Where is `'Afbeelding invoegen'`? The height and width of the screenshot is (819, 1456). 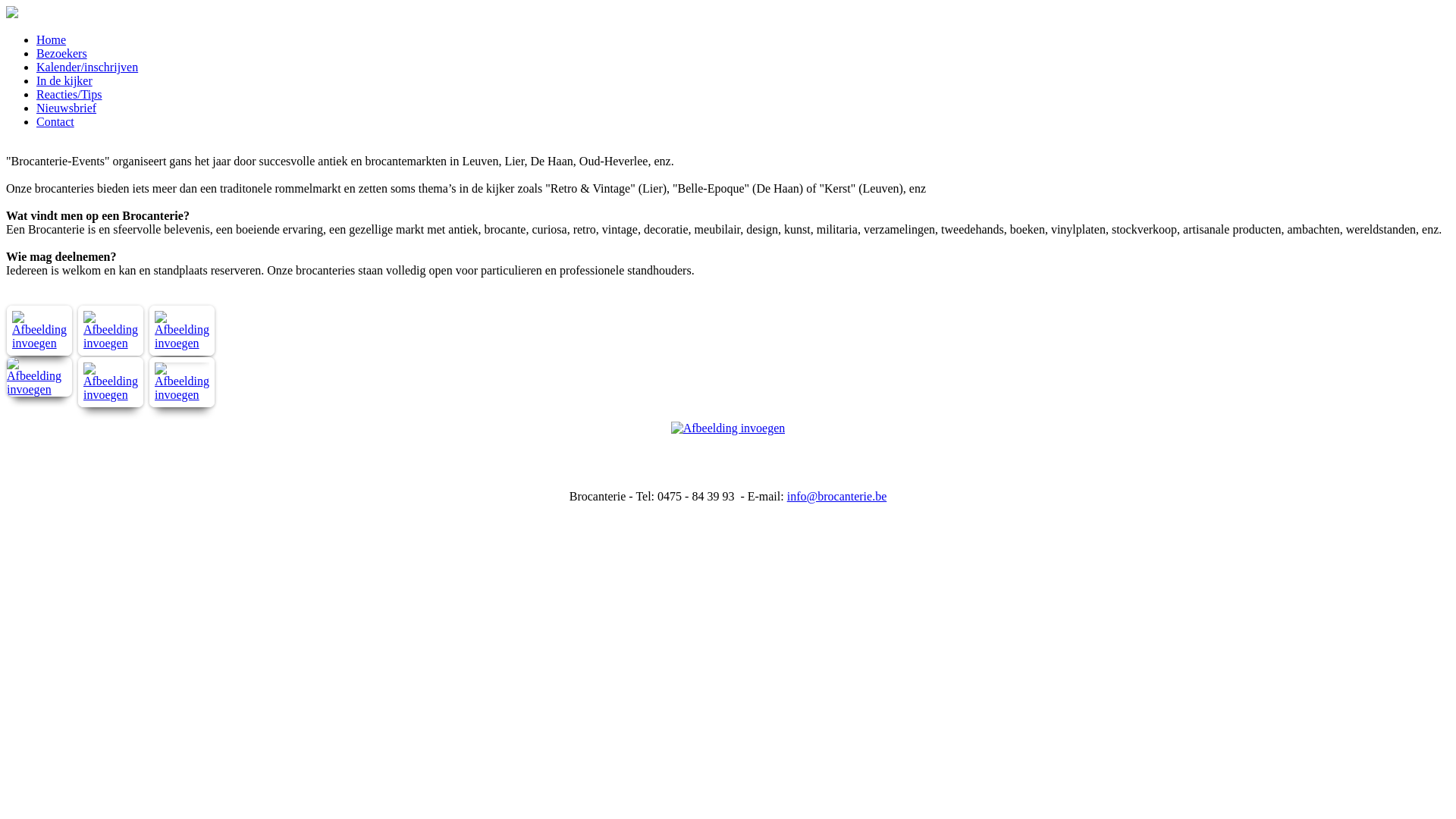 'Afbeelding invoegen' is located at coordinates (77, 343).